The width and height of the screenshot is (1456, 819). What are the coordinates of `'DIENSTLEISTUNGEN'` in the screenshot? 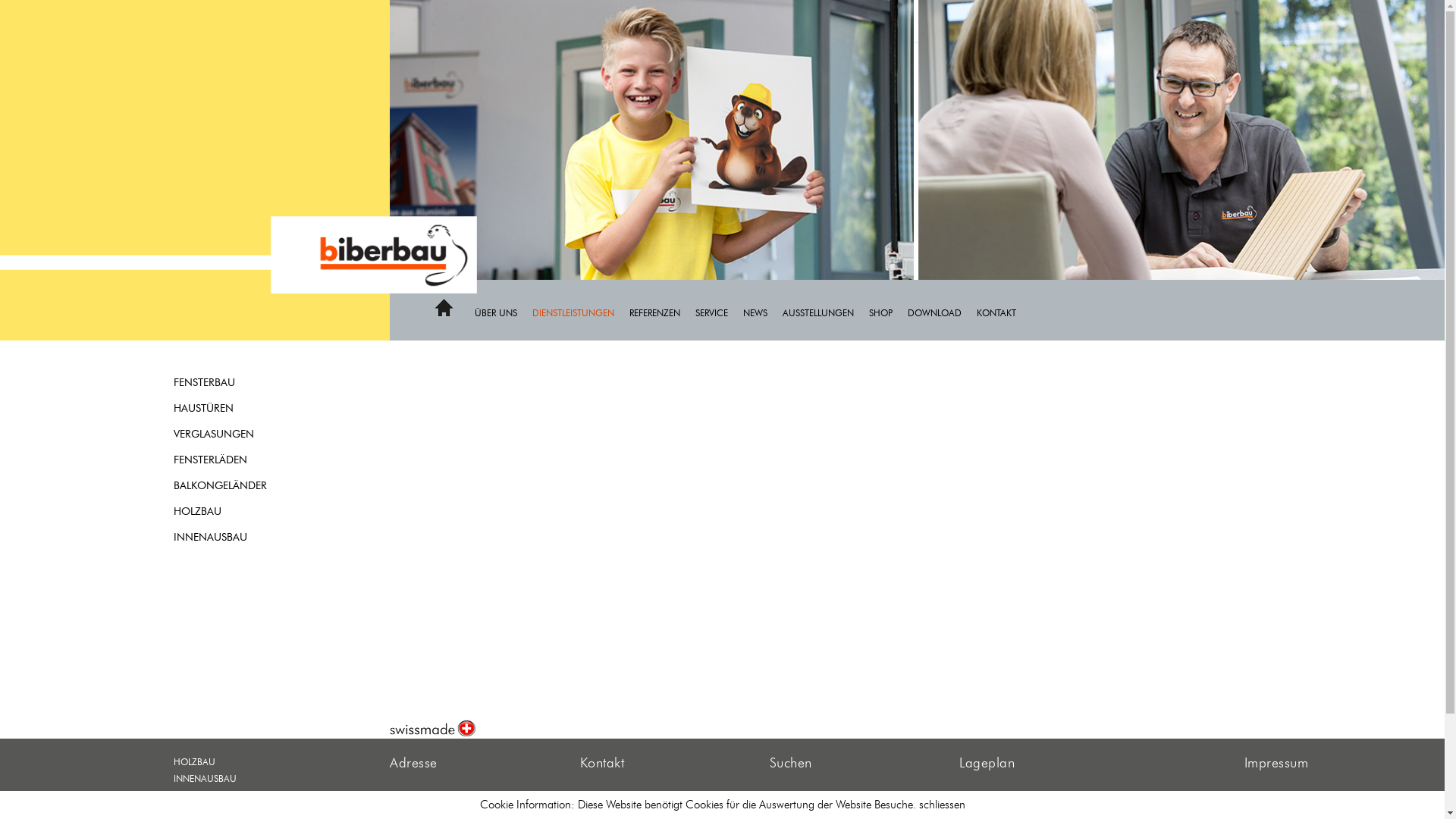 It's located at (580, 311).